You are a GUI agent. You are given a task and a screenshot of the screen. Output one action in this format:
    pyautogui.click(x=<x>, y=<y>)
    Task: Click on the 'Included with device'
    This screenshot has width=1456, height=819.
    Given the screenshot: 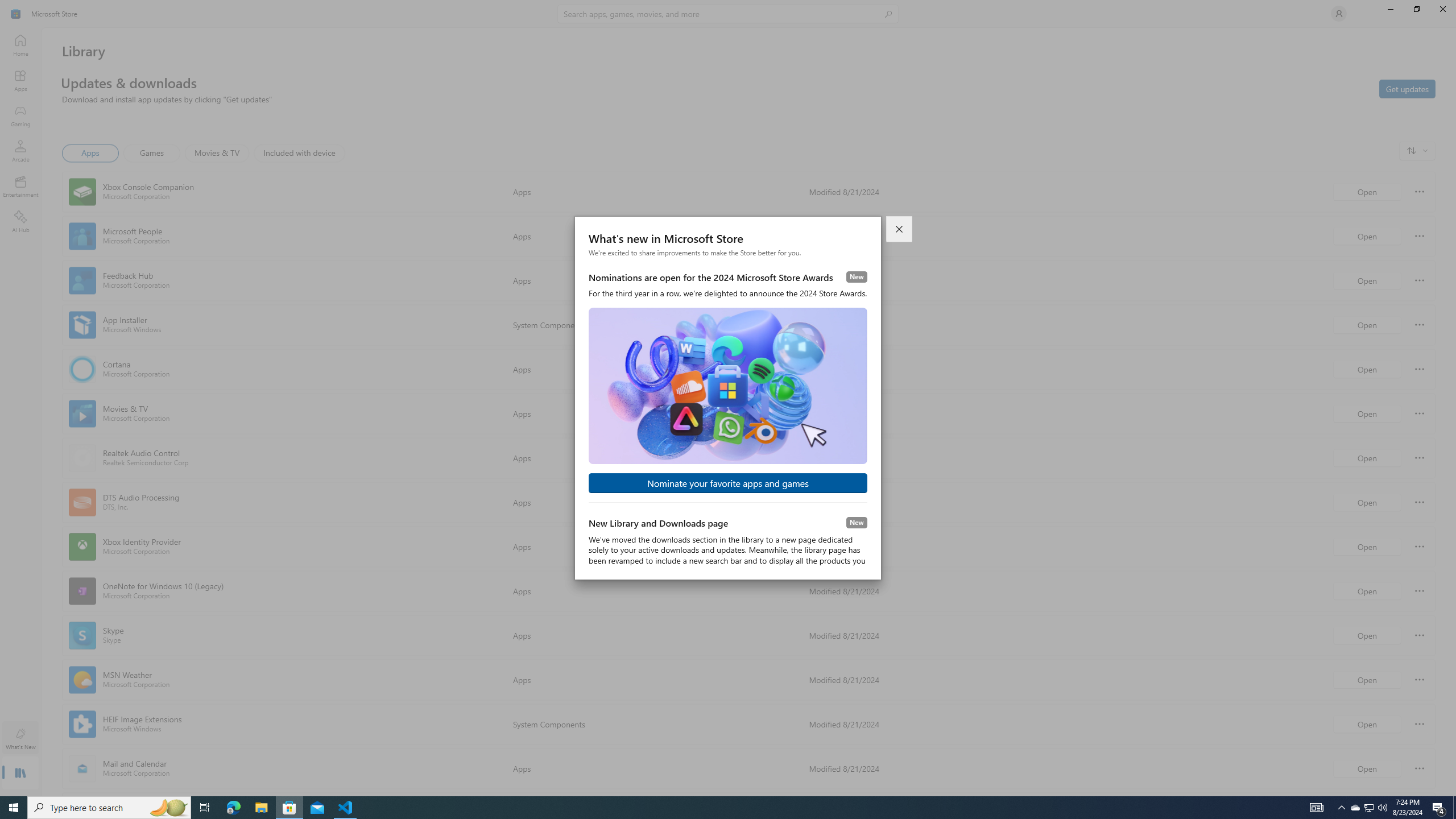 What is the action you would take?
    pyautogui.click(x=299, y=152)
    